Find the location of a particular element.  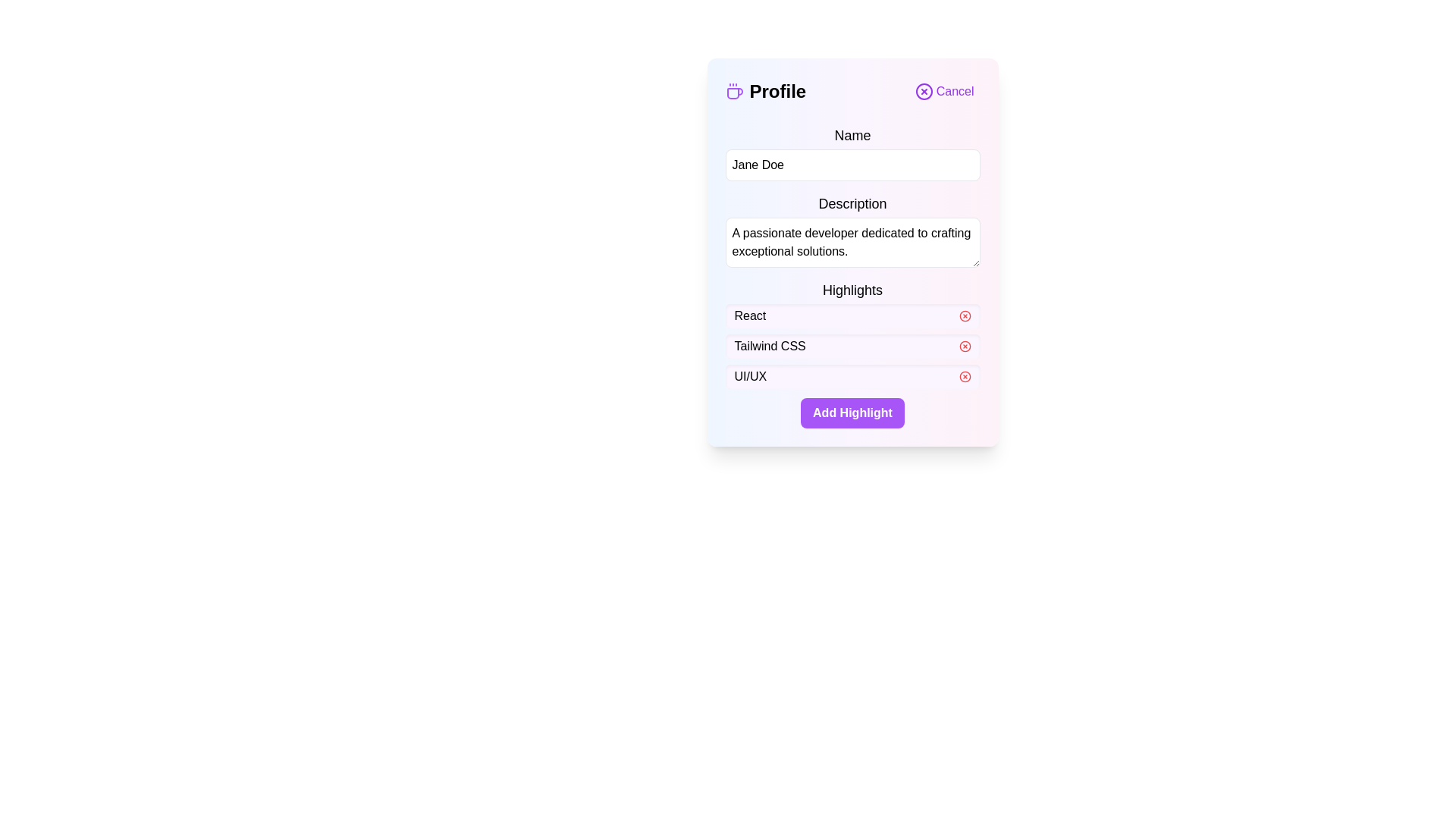

text from the 'Highlights' text label, which is prominently displayed above the list of tags in the user interface is located at coordinates (852, 290).